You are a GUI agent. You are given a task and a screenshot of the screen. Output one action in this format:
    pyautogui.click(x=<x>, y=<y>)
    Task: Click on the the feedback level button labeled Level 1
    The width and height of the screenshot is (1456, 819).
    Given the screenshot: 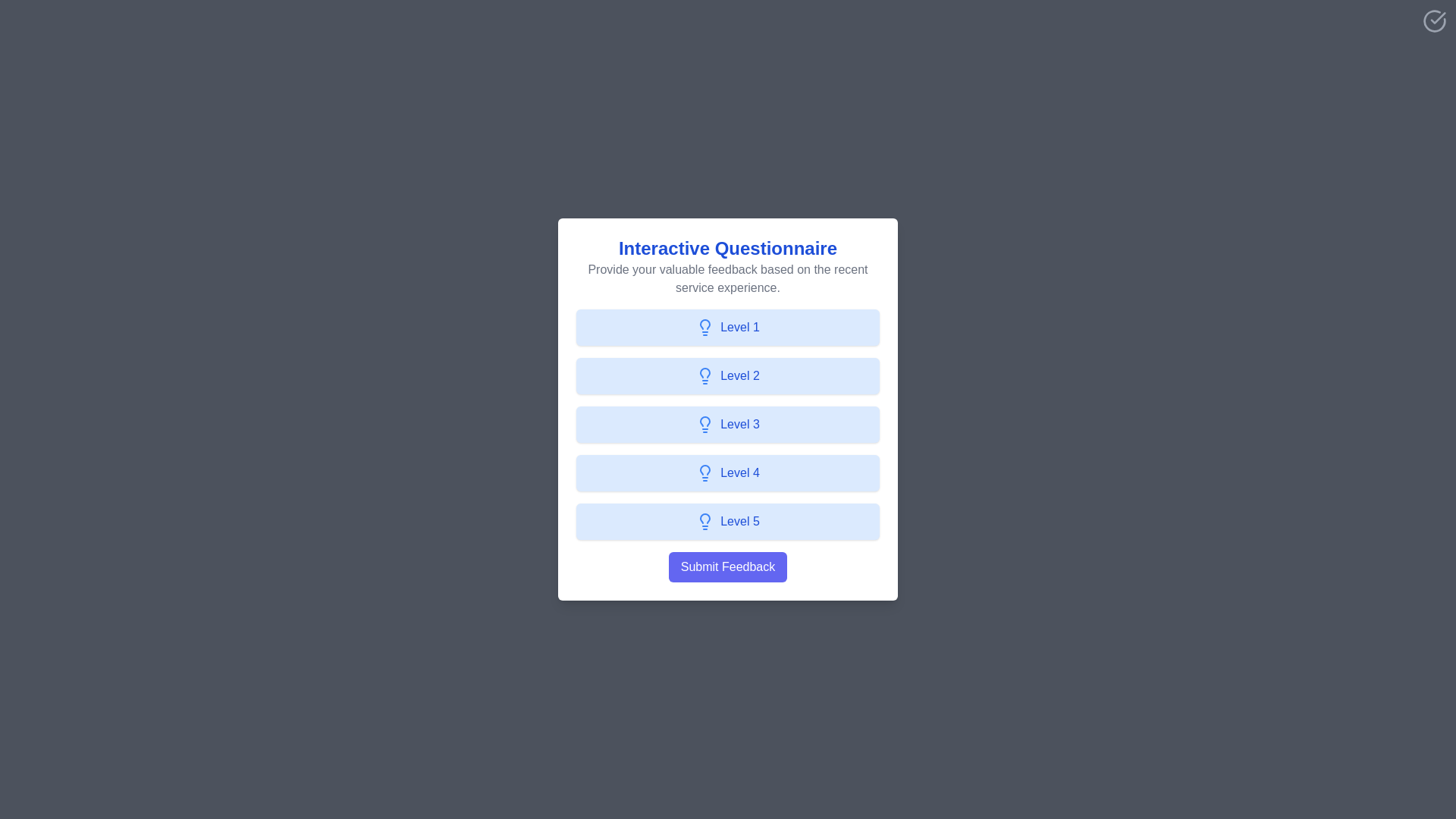 What is the action you would take?
    pyautogui.click(x=728, y=327)
    